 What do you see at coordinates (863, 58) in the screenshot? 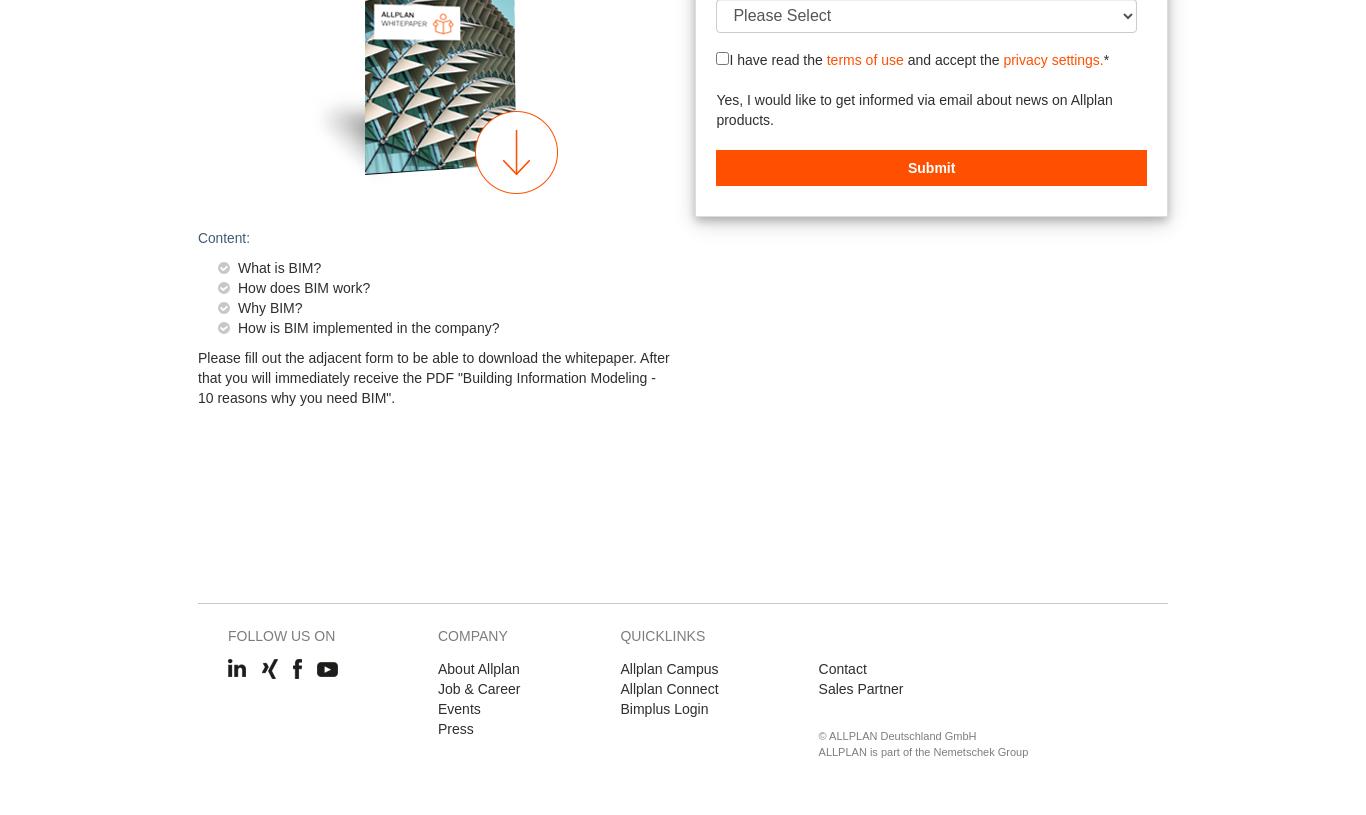
I see `'terms of use'` at bounding box center [863, 58].